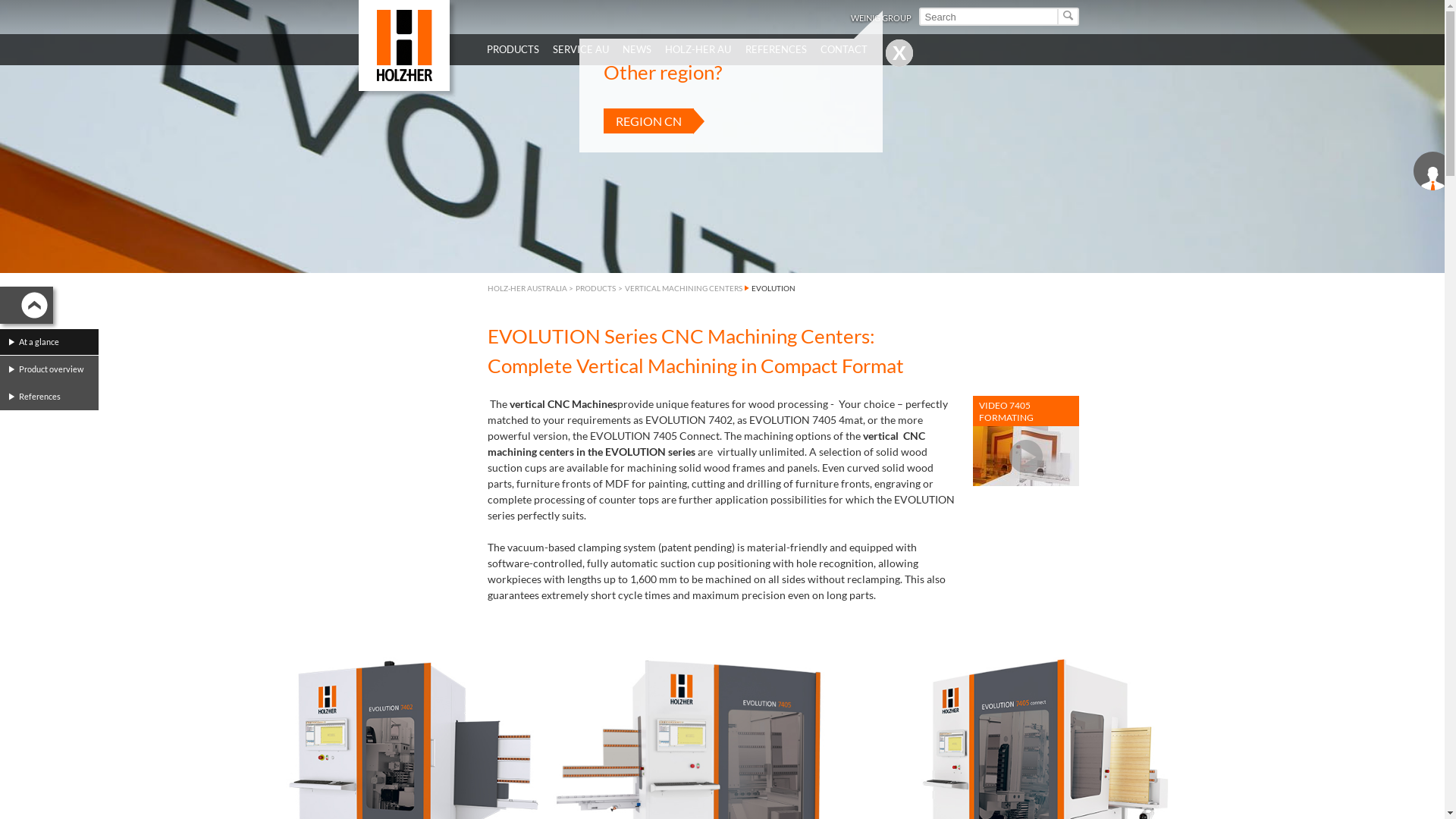 This screenshot has height=819, width=1456. Describe the element at coordinates (356, 45) in the screenshot. I see `'zur Startseite der Michael Weinig AG'` at that location.